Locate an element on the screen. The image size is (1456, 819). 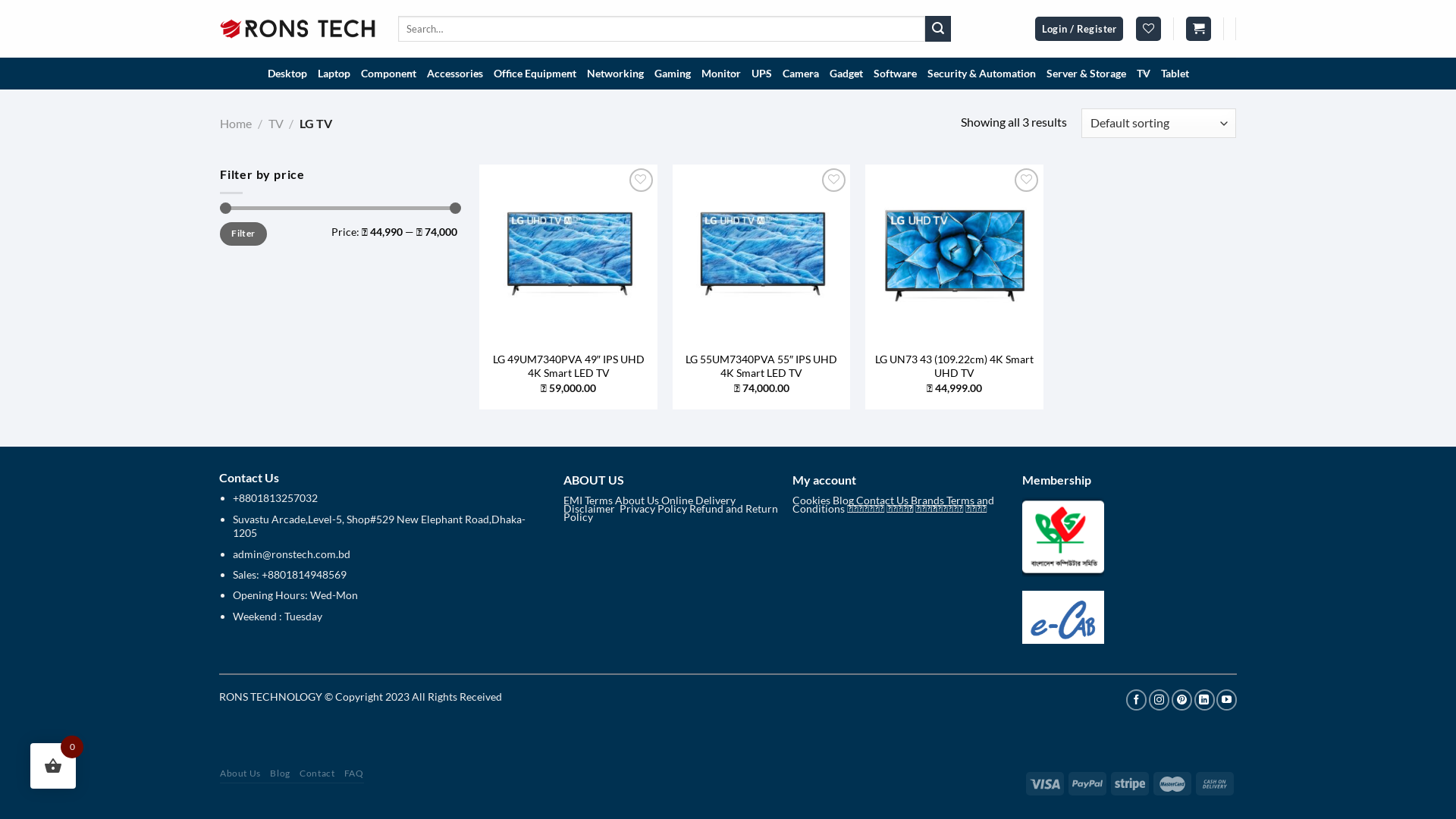
'Disclaimer ' is located at coordinates (588, 508).